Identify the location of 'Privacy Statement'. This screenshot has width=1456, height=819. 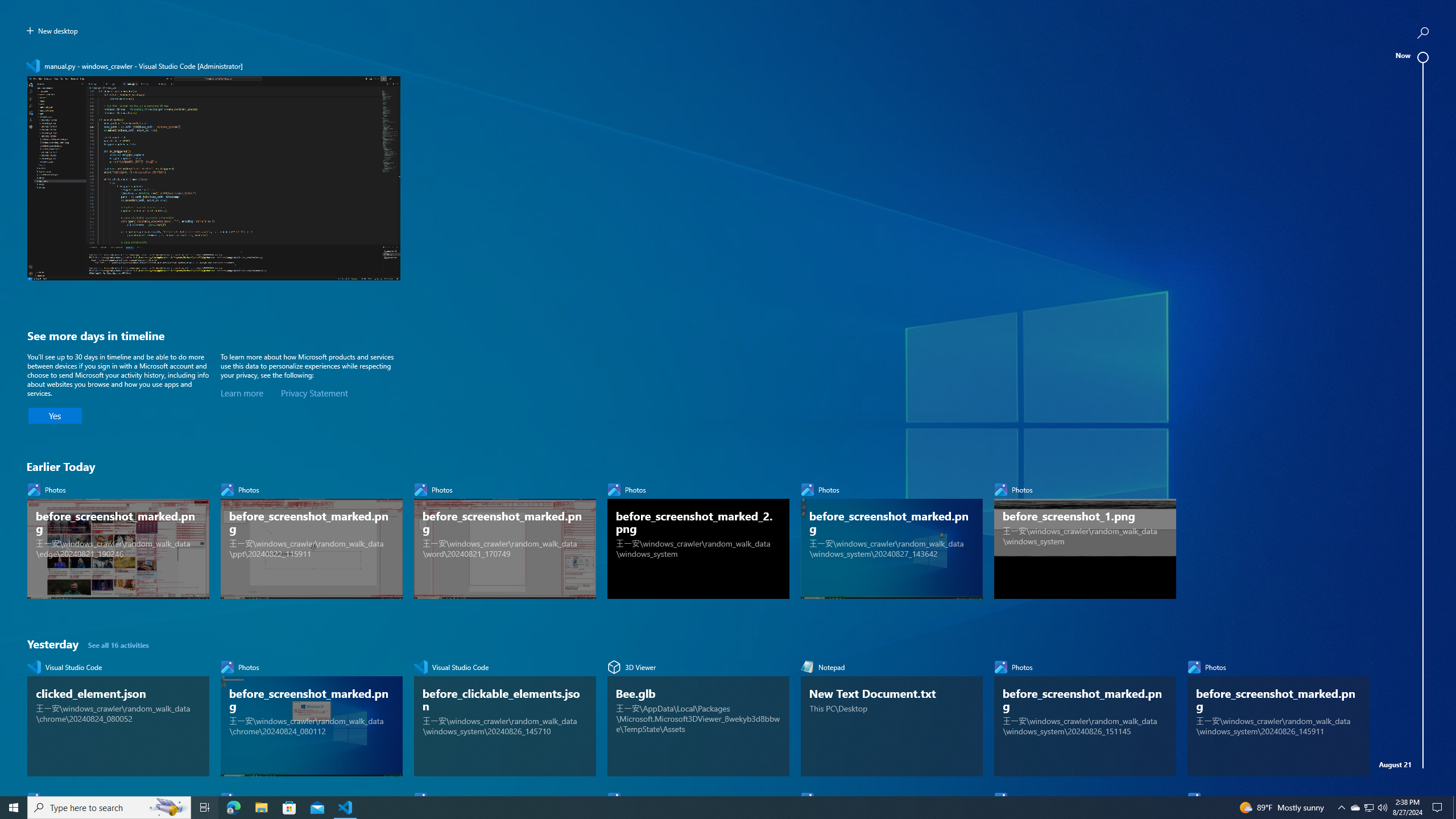
(313, 392).